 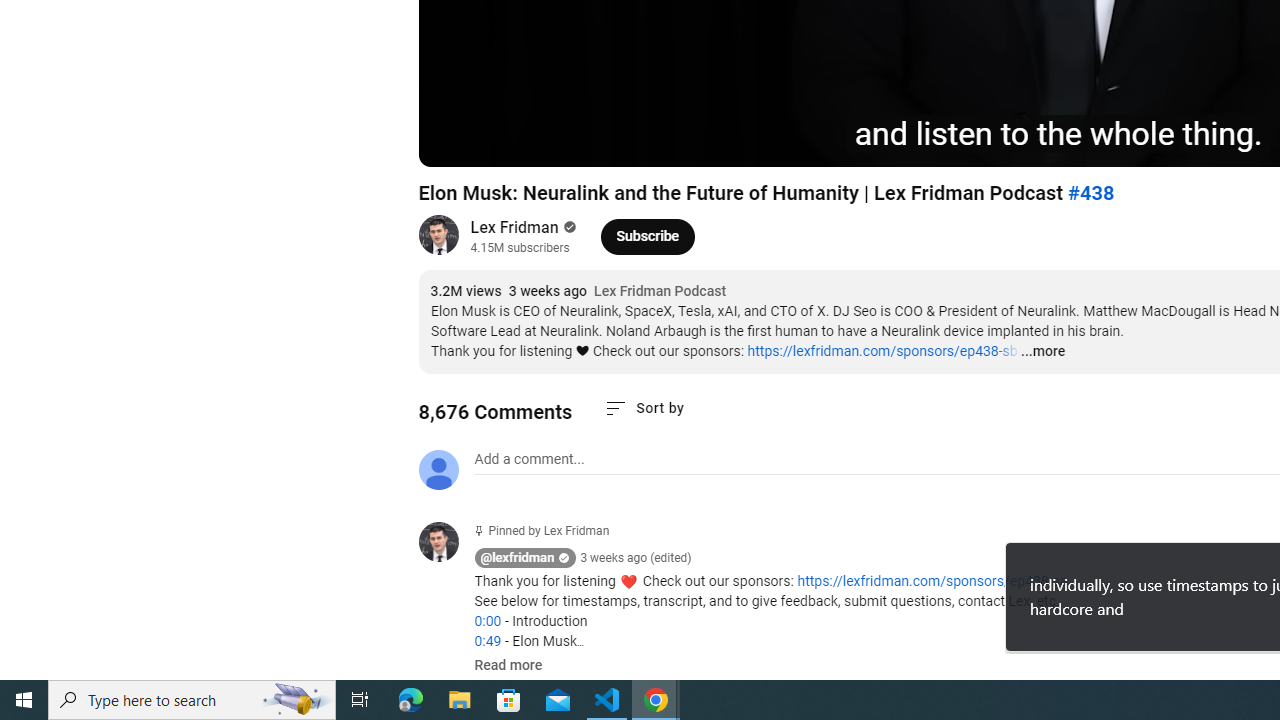 What do you see at coordinates (635, 558) in the screenshot?
I see `'3 weeks ago (edited)'` at bounding box center [635, 558].